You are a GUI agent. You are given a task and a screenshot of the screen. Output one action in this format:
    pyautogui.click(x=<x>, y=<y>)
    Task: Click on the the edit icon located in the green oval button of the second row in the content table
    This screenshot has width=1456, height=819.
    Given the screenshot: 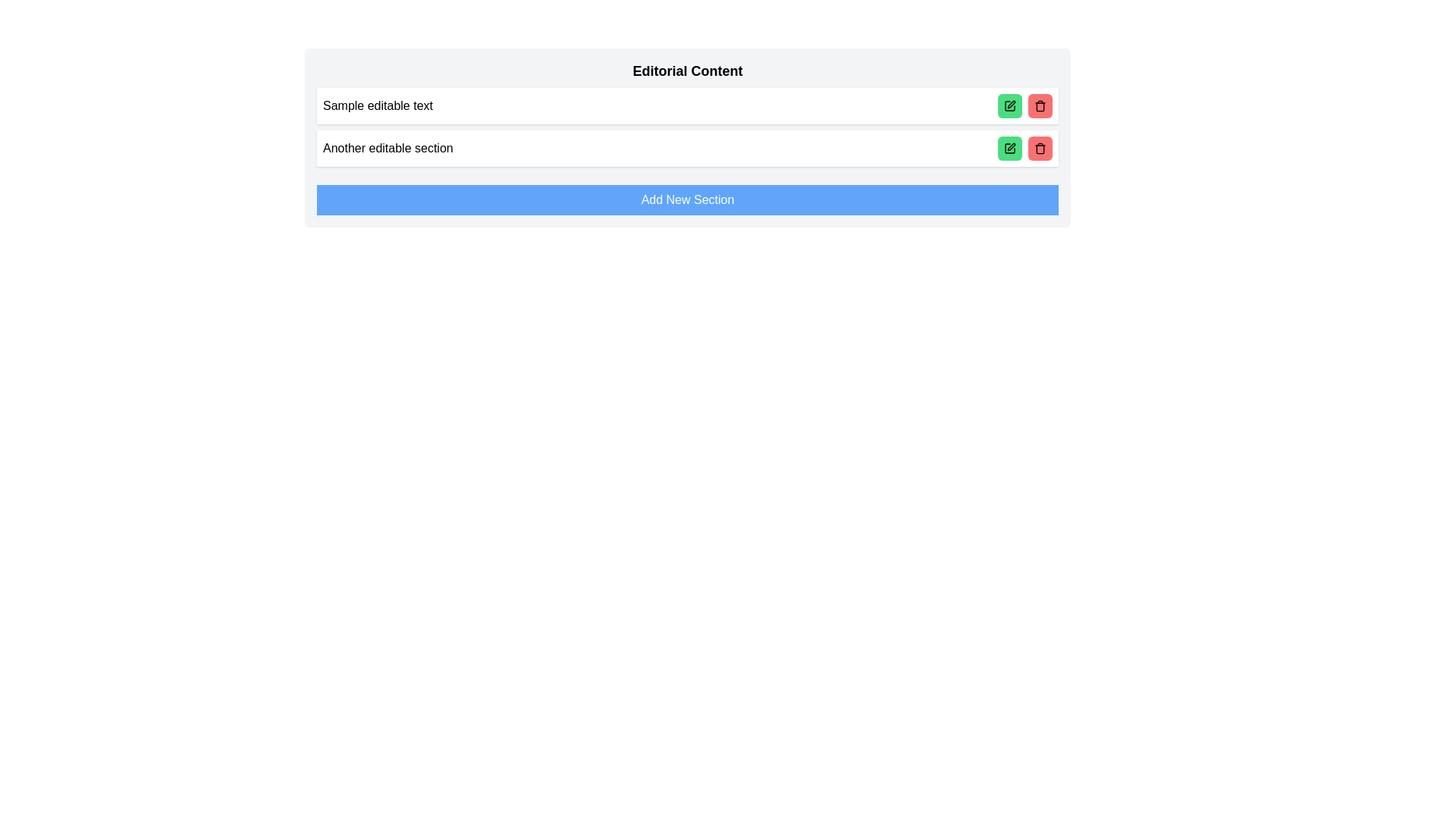 What is the action you would take?
    pyautogui.click(x=1009, y=149)
    